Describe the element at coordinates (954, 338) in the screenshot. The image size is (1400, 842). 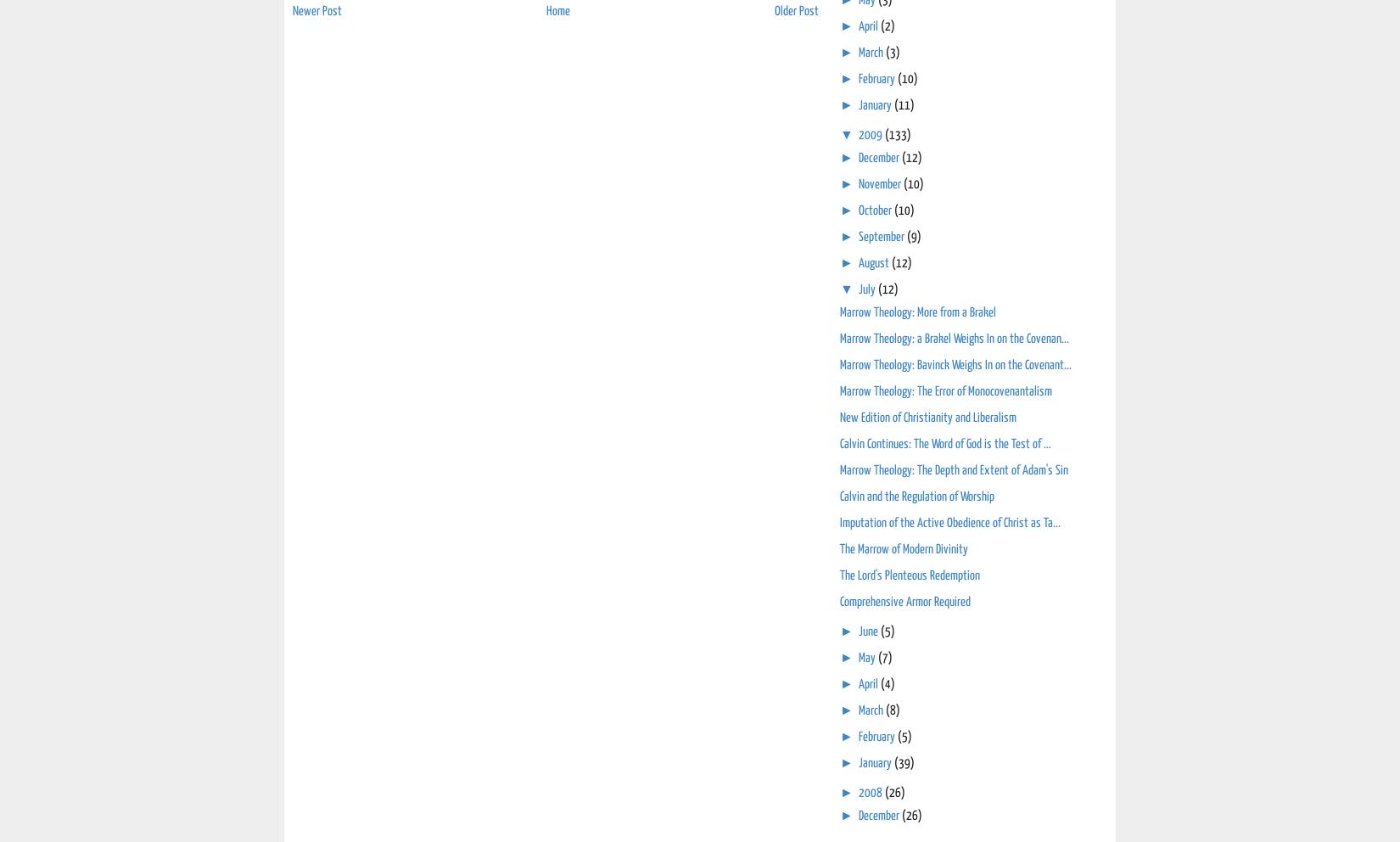
I see `'Marrow Theology: a Brakel Weighs In on the Covenan...'` at that location.